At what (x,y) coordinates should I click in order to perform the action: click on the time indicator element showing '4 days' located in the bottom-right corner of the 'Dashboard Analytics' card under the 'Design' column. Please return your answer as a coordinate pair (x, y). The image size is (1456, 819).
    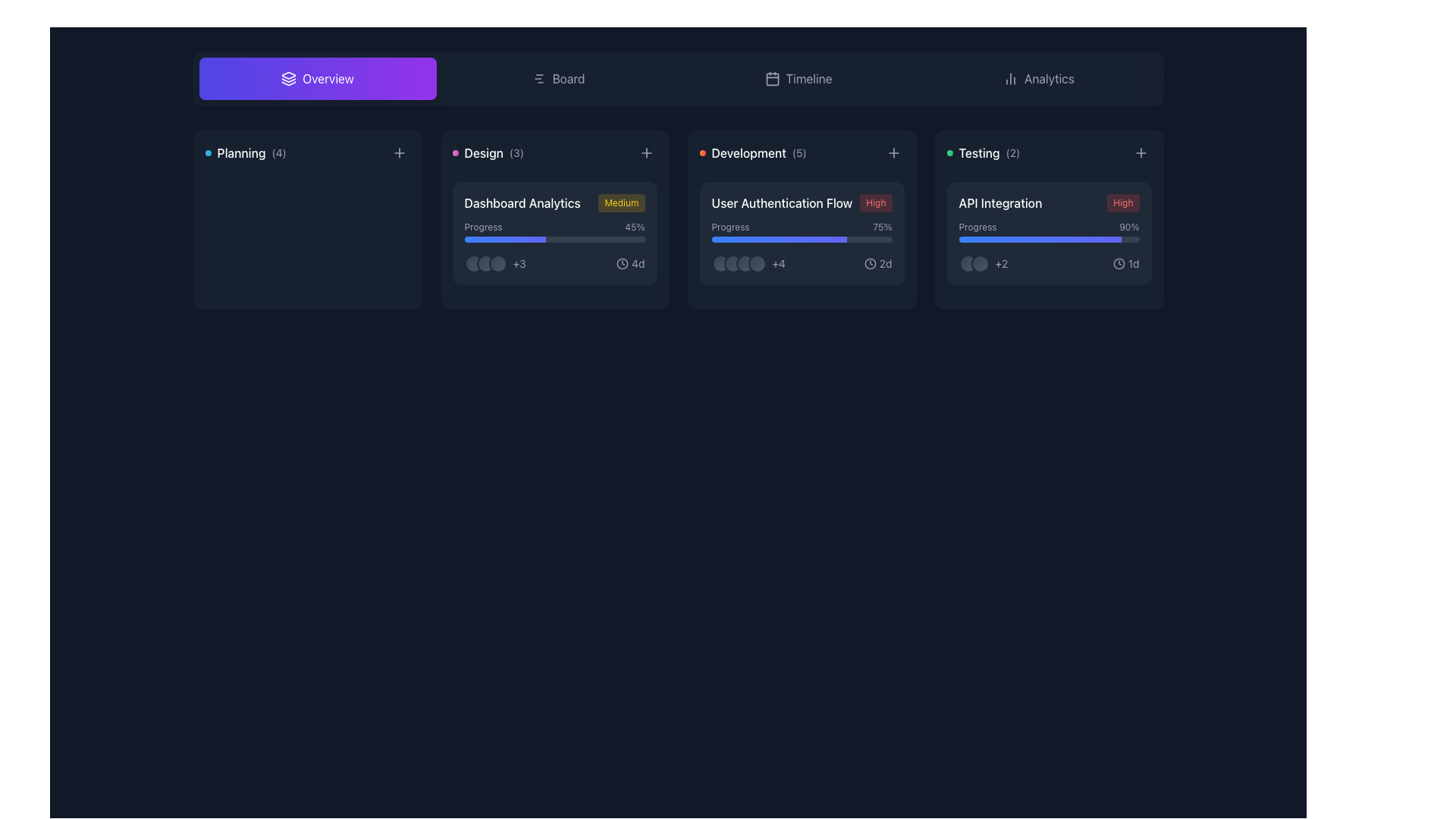
    Looking at the image, I should click on (630, 262).